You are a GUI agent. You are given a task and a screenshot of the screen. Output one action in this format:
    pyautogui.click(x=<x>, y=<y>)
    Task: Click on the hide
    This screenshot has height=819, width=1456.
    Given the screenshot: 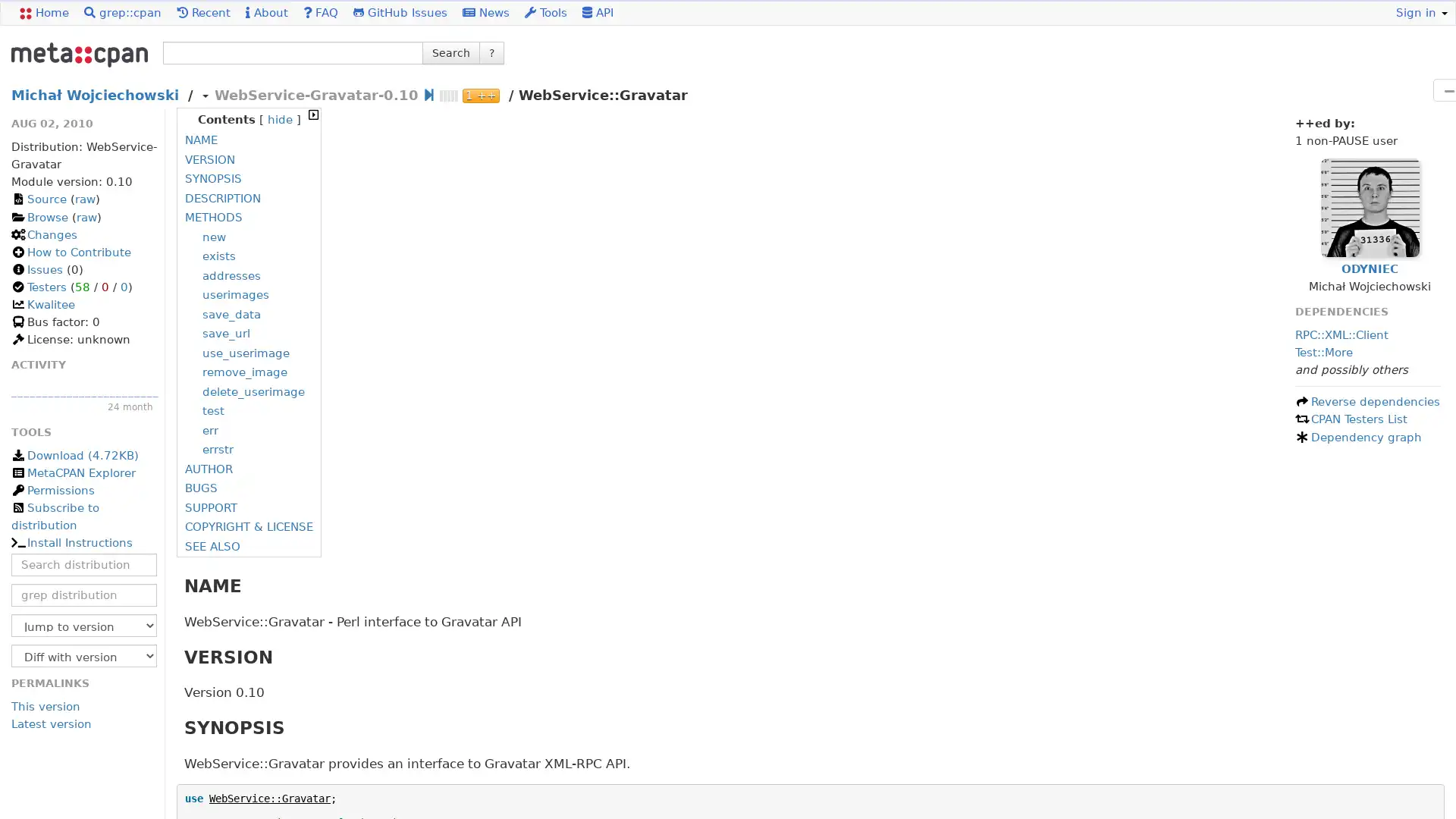 What is the action you would take?
    pyautogui.click(x=279, y=119)
    